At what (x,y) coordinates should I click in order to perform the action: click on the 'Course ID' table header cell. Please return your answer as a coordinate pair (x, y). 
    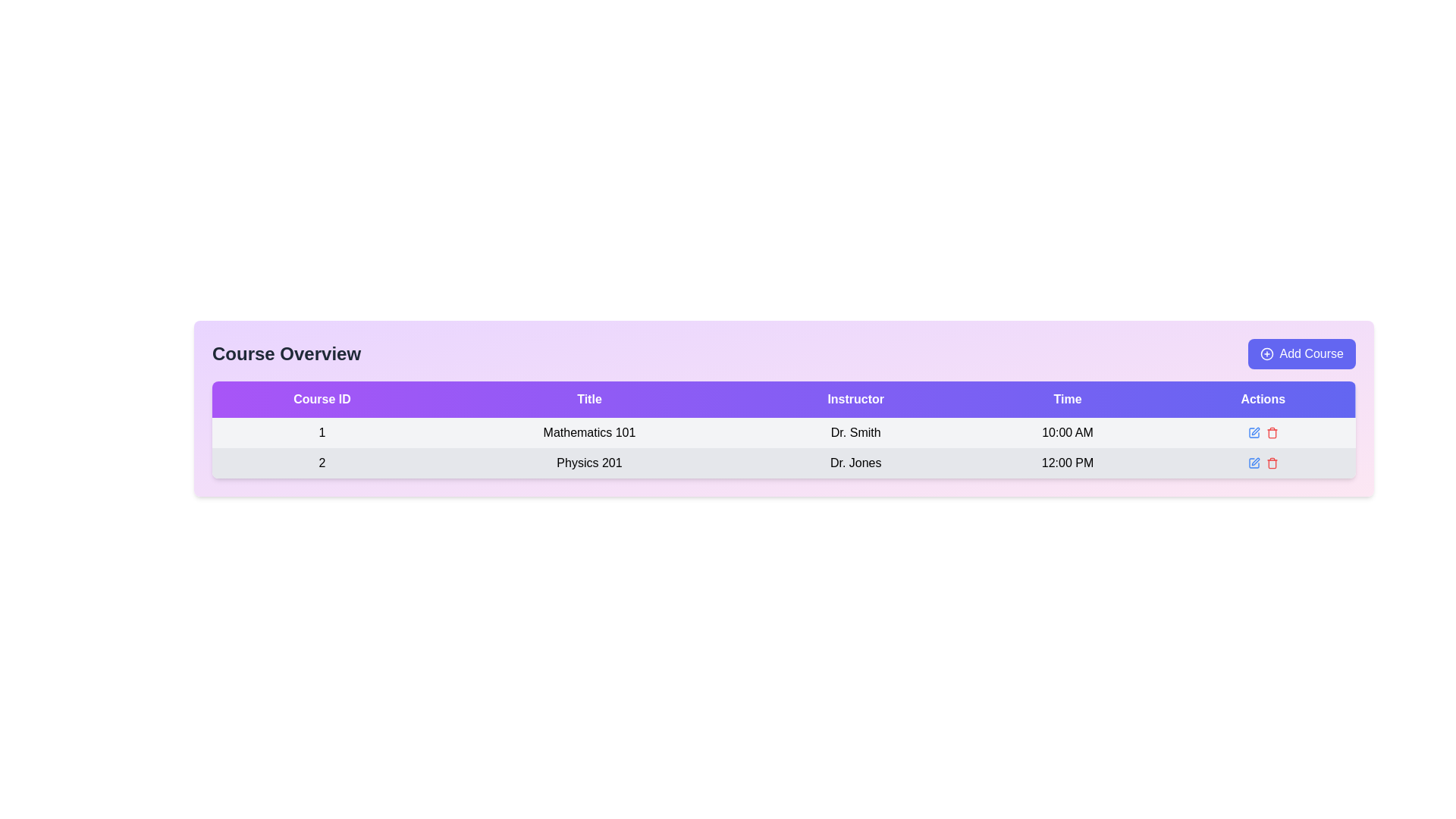
    Looking at the image, I should click on (322, 399).